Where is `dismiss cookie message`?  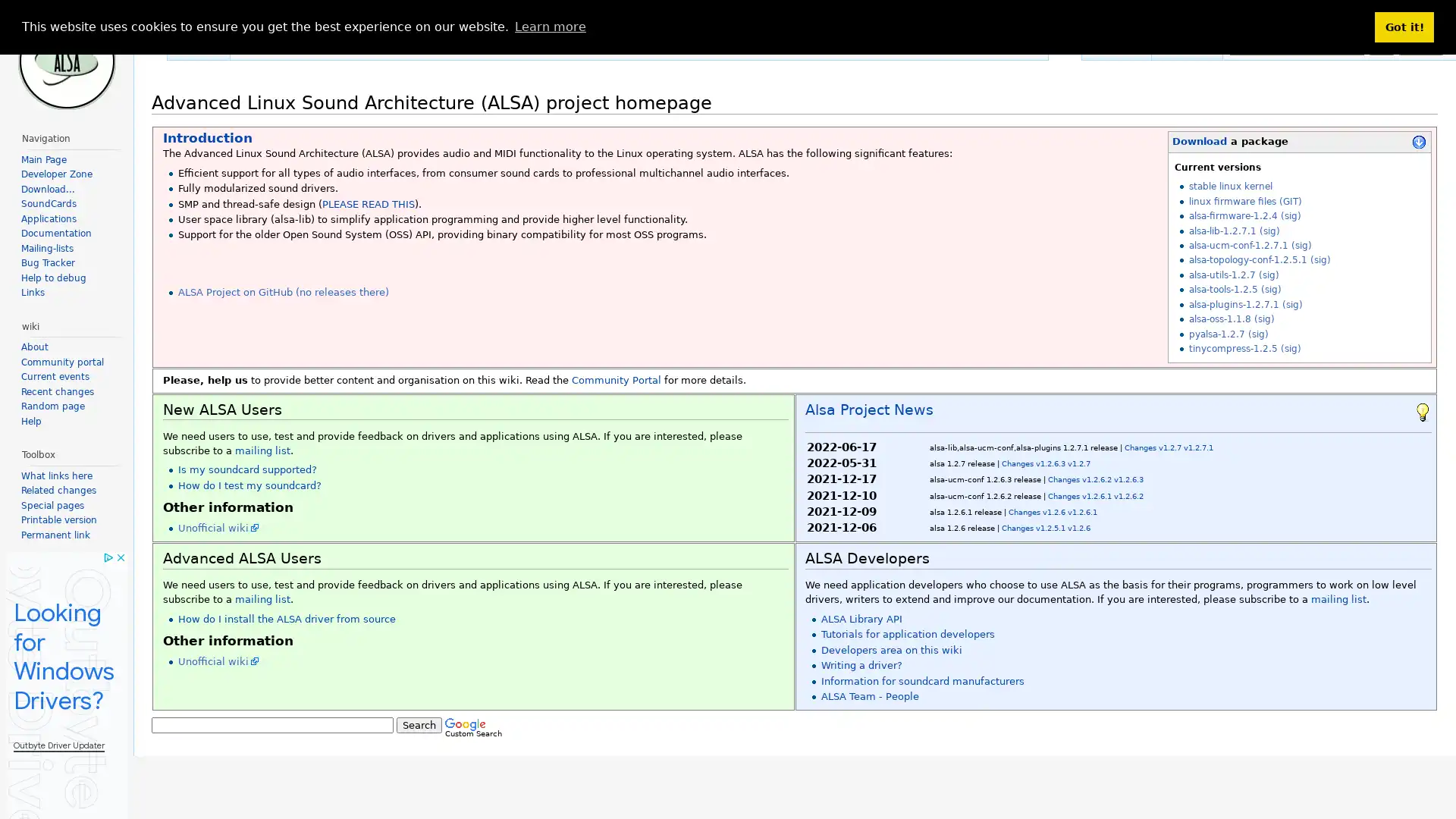 dismiss cookie message is located at coordinates (1404, 27).